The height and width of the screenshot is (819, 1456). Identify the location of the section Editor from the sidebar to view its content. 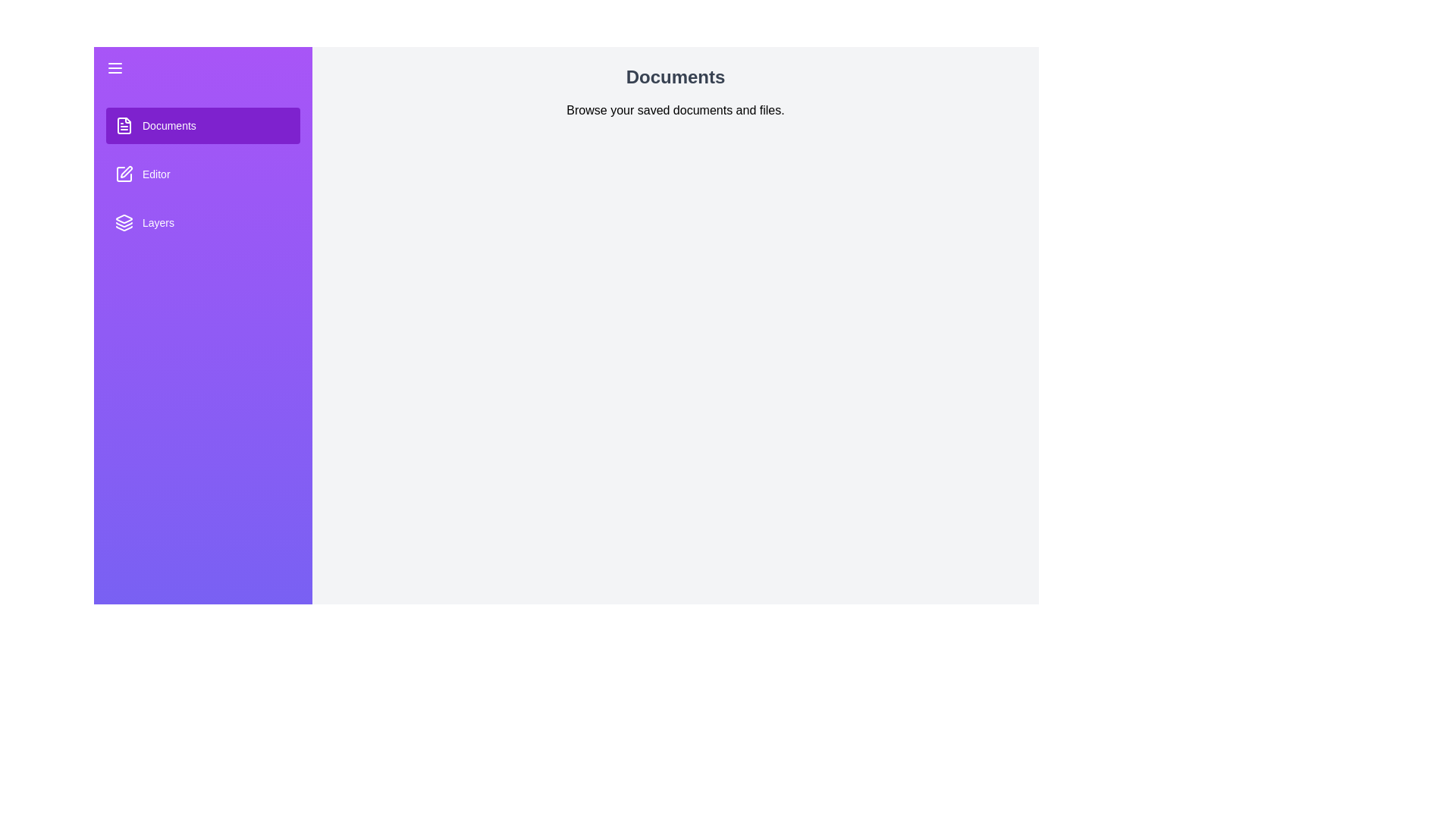
(202, 174).